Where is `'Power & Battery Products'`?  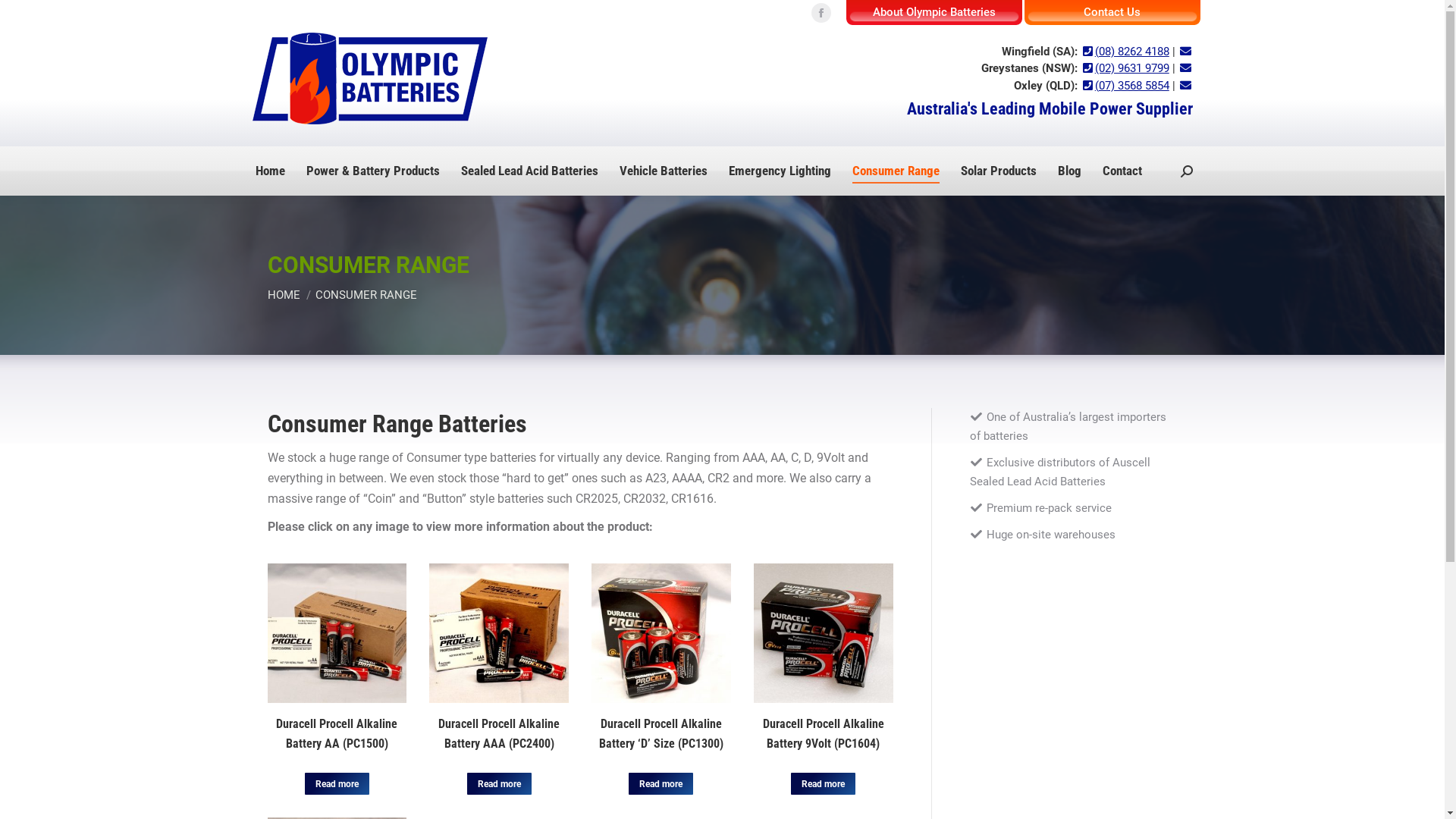 'Power & Battery Products' is located at coordinates (372, 171).